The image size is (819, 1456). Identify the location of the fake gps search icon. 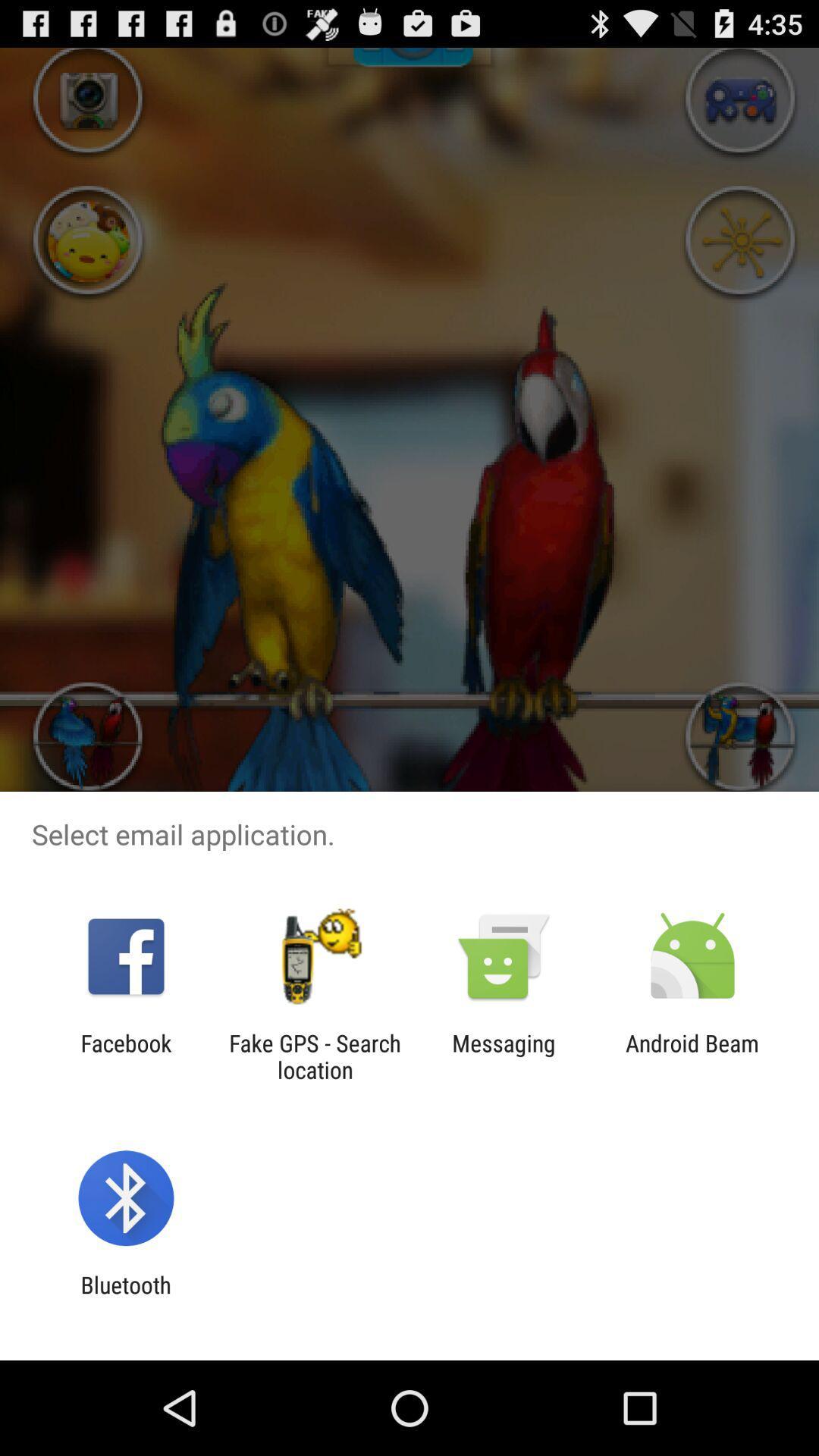
(314, 1056).